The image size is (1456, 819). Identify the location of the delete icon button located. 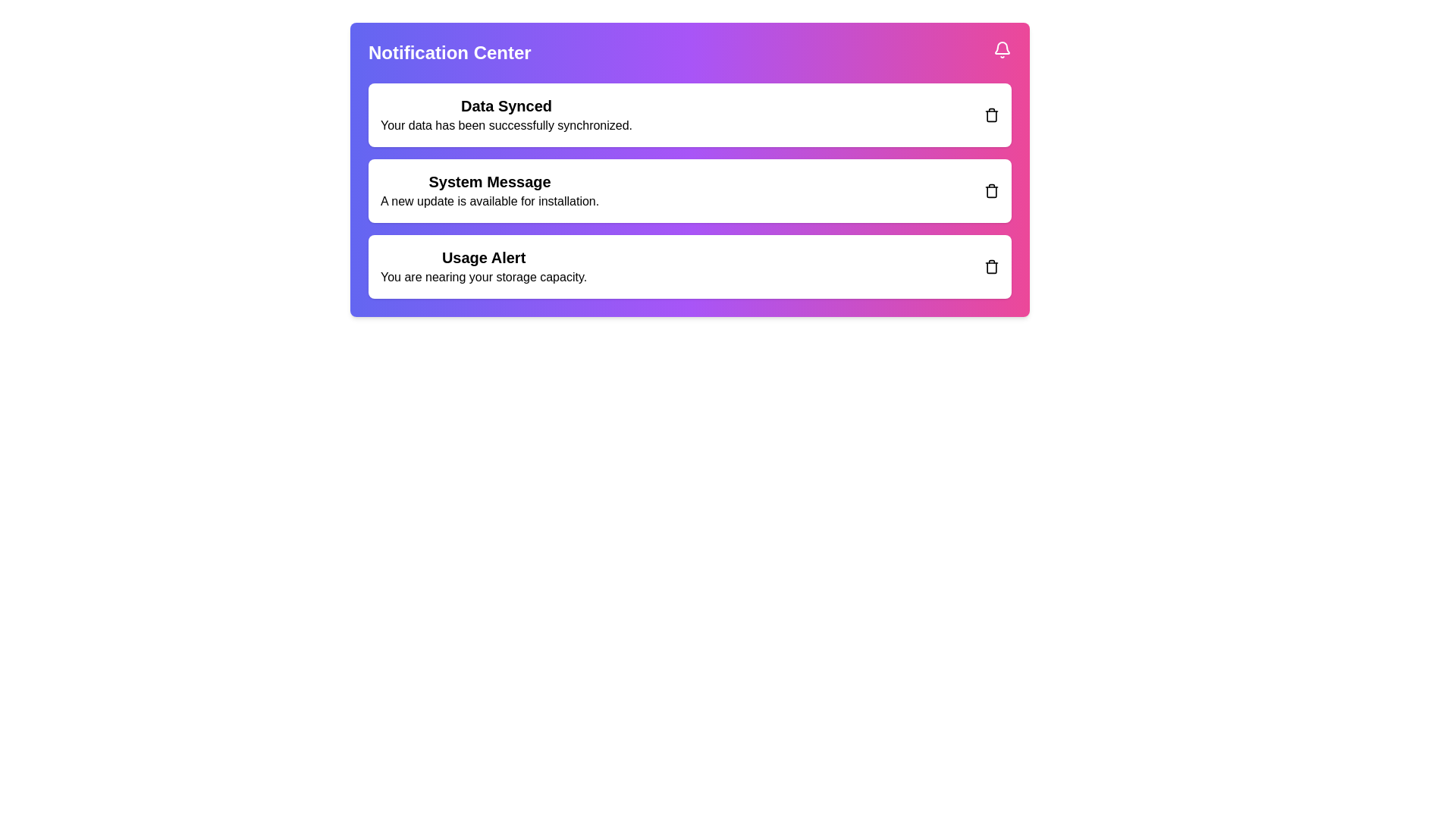
(992, 190).